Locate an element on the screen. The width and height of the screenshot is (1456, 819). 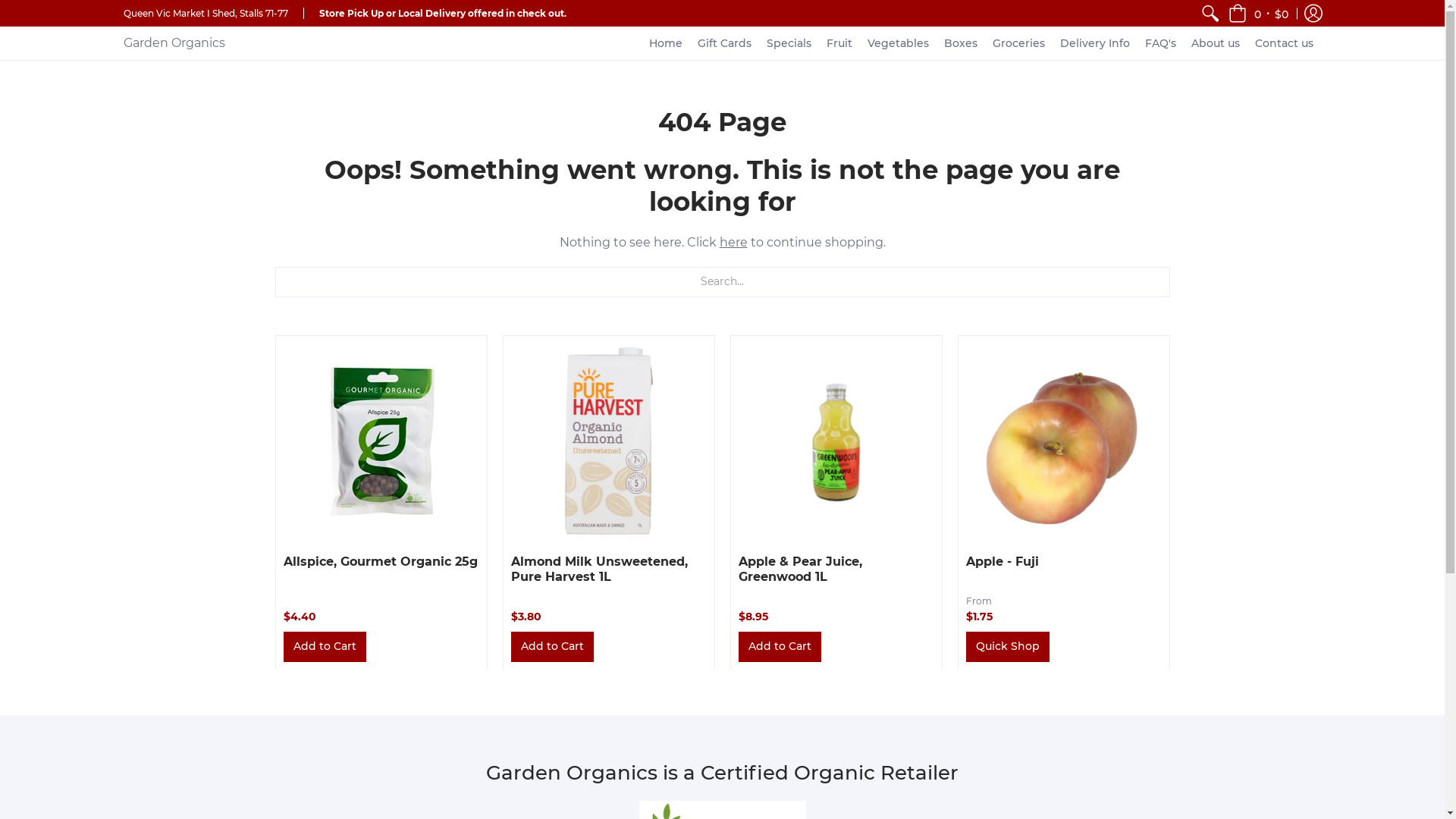
'Allspice, Gourmet Organic 25g' is located at coordinates (381, 560).